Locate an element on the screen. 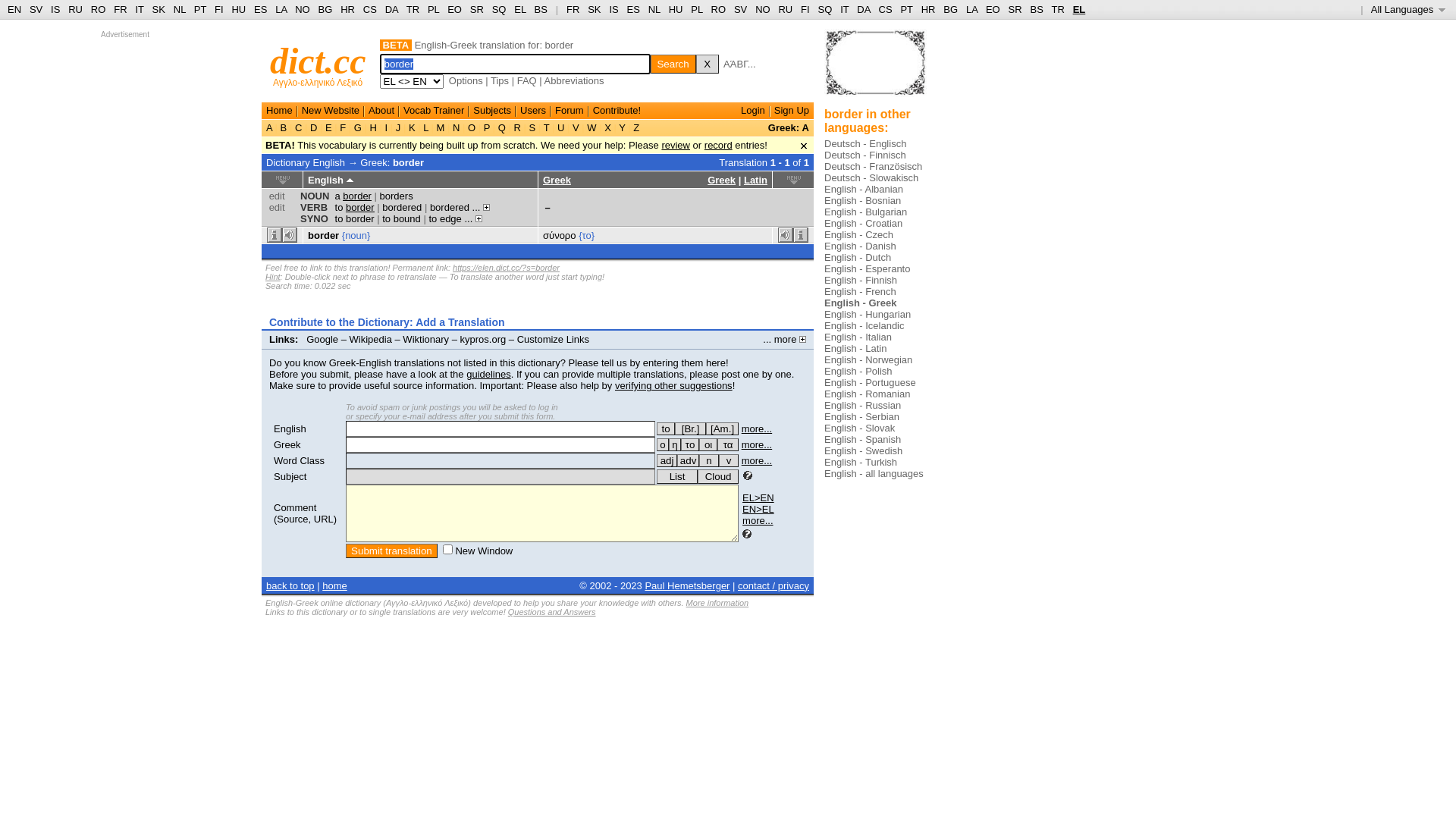 This screenshot has height=819, width=1456. 'M' is located at coordinates (439, 127).